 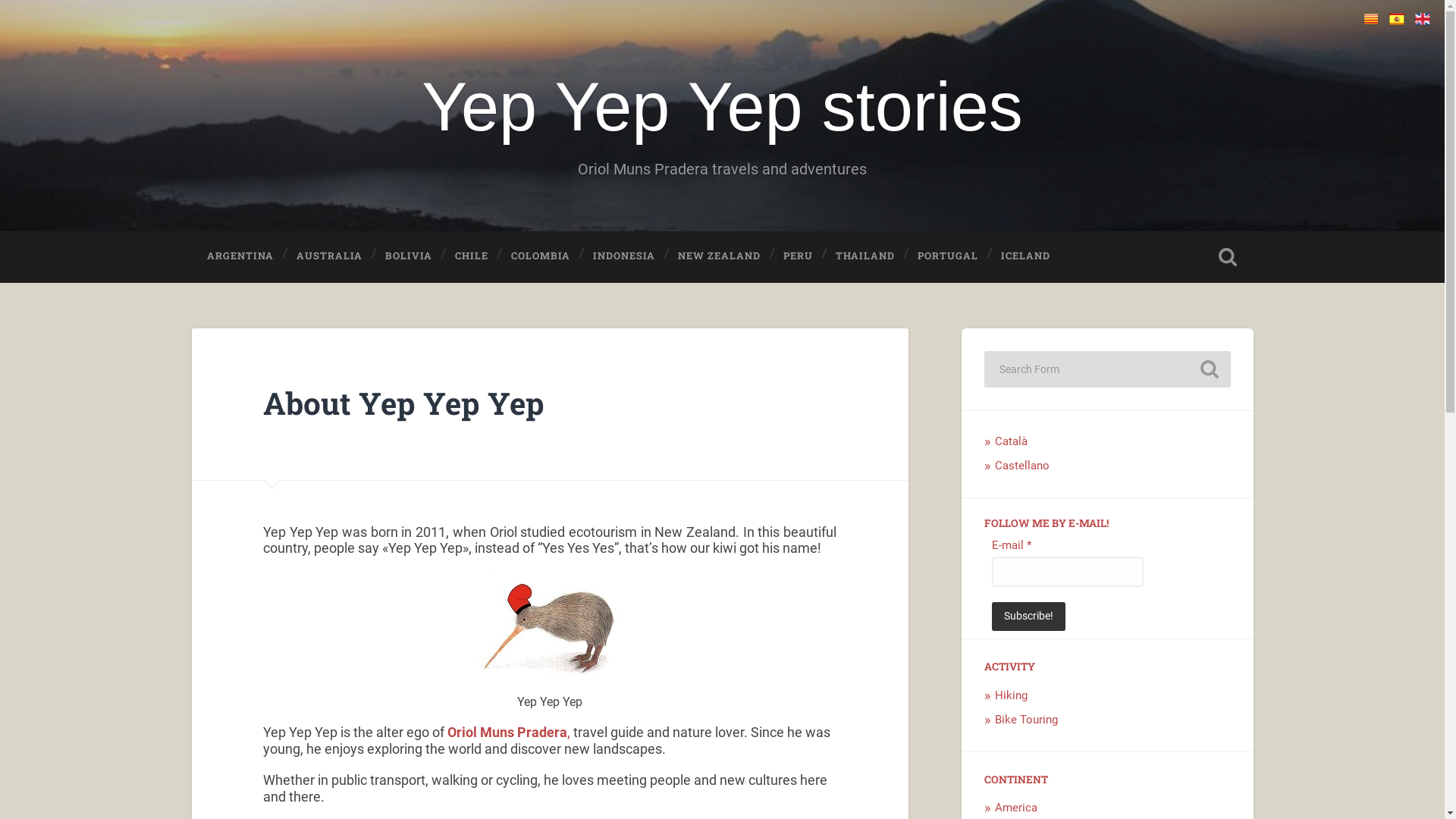 What do you see at coordinates (946, 255) in the screenshot?
I see `'PORTUGAL'` at bounding box center [946, 255].